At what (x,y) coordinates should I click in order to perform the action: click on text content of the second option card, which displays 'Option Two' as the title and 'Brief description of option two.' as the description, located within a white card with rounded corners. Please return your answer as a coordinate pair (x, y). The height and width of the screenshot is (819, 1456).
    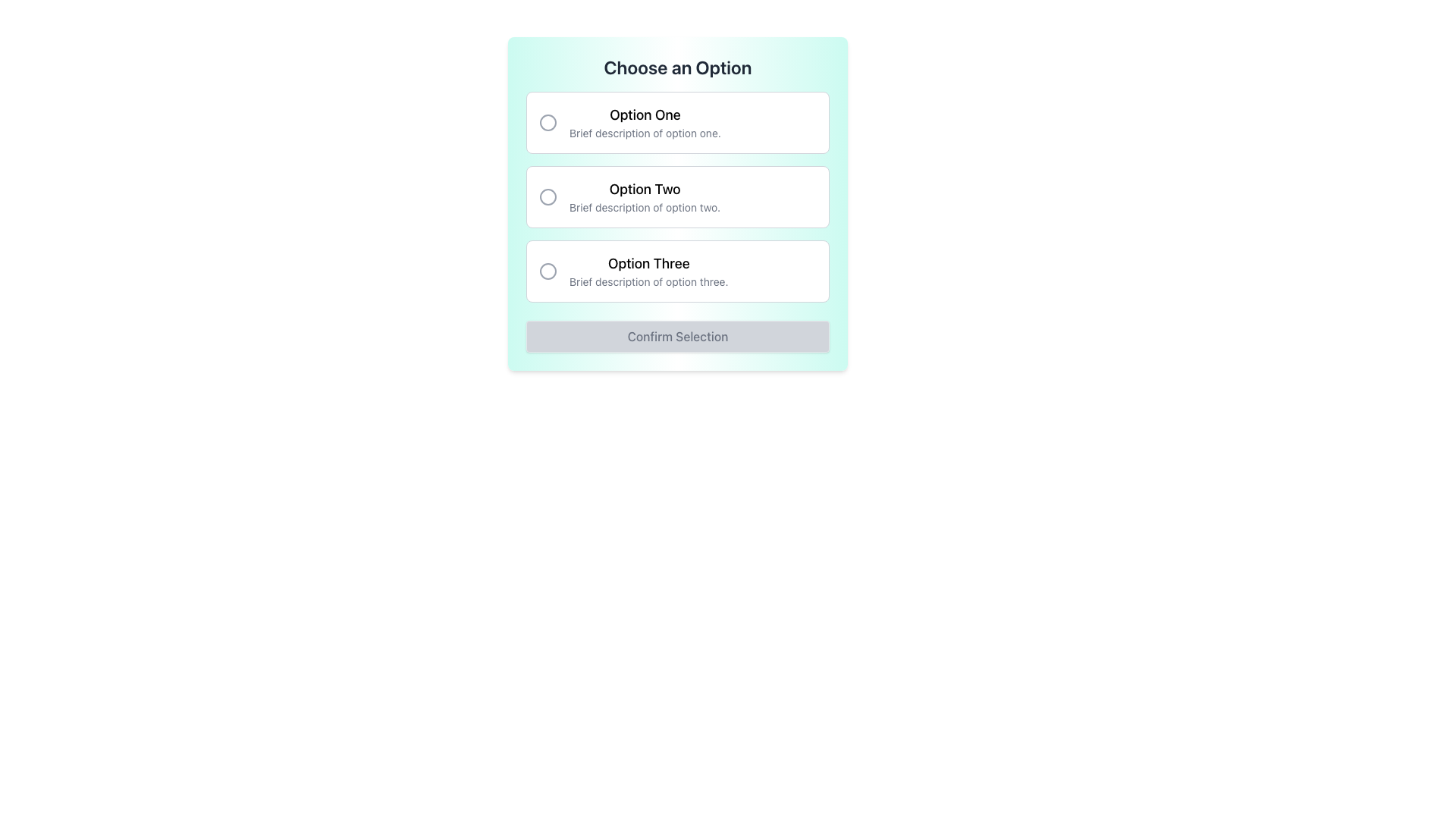
    Looking at the image, I should click on (645, 196).